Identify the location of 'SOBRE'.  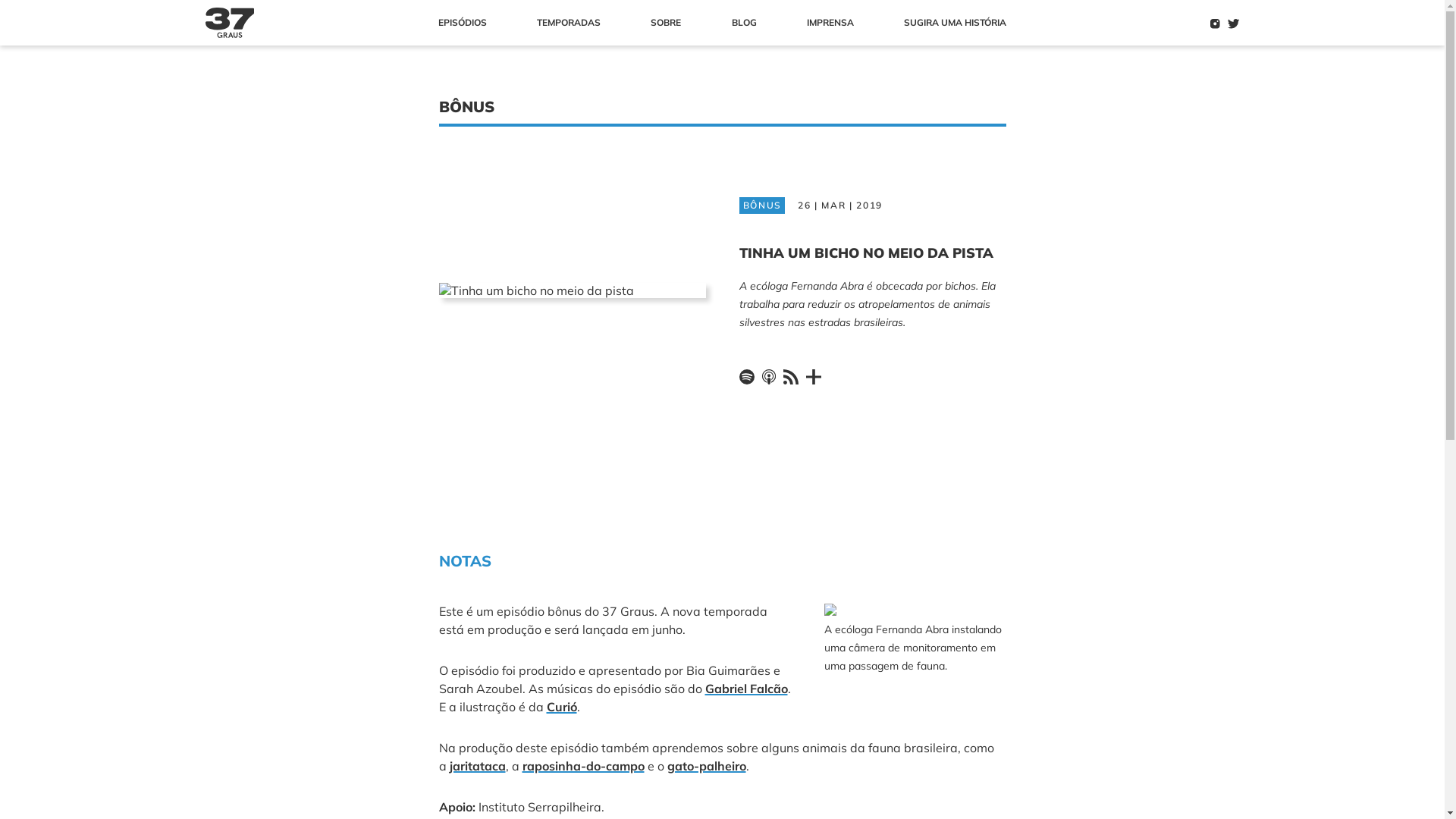
(666, 23).